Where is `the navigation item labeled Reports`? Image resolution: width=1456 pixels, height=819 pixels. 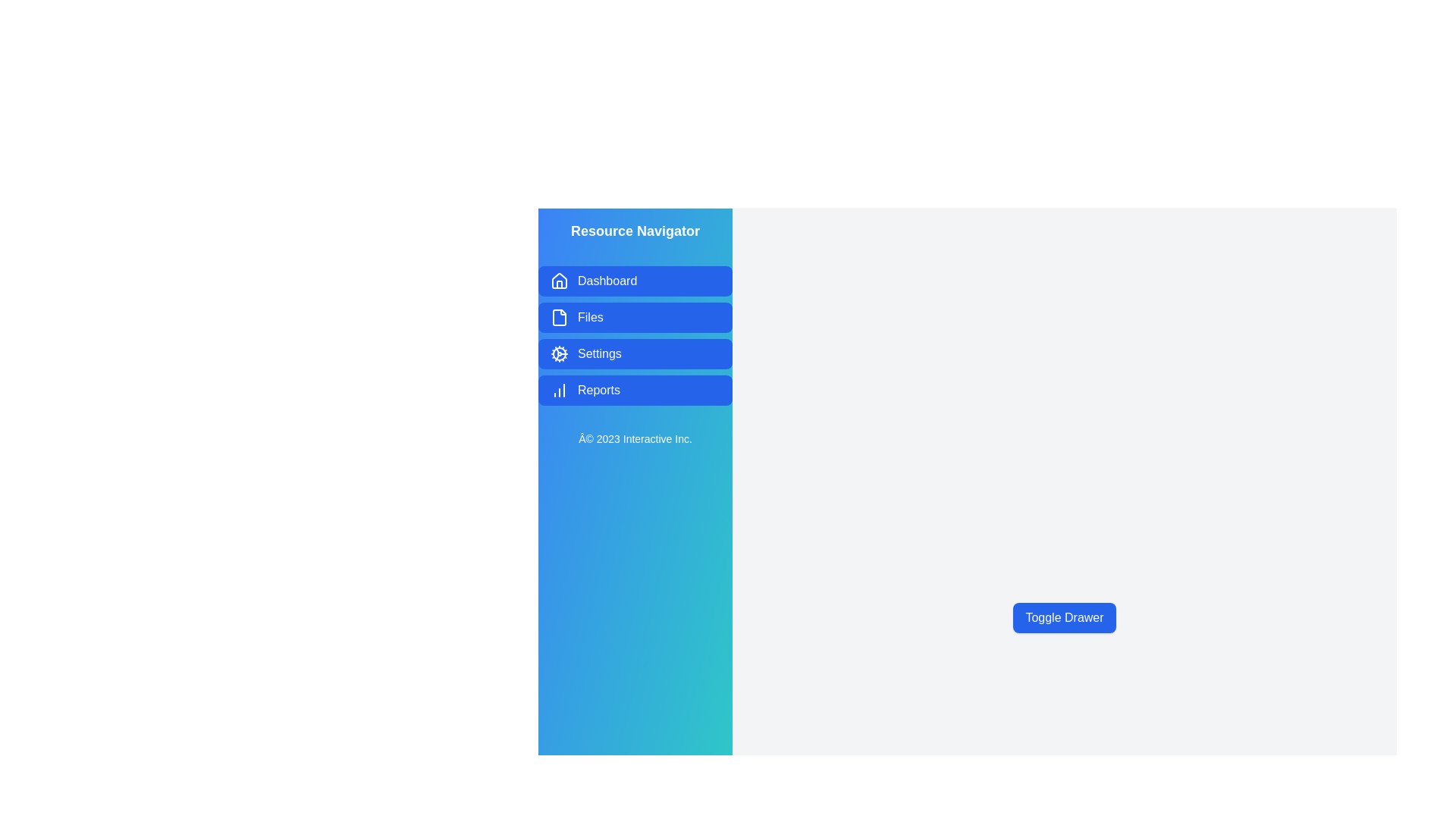 the navigation item labeled Reports is located at coordinates (635, 390).